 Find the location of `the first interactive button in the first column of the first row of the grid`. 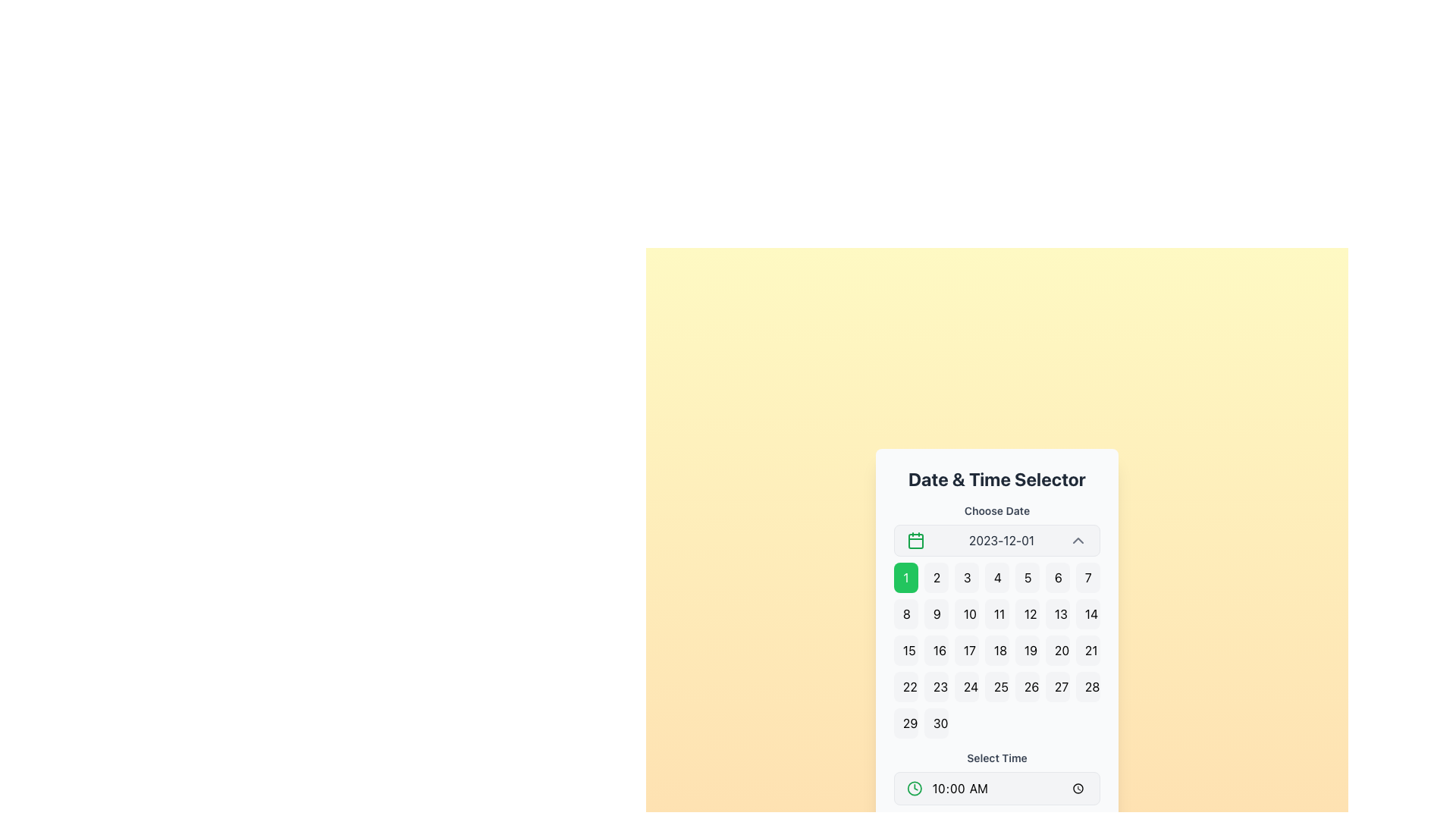

the first interactive button in the first column of the first row of the grid is located at coordinates (906, 578).